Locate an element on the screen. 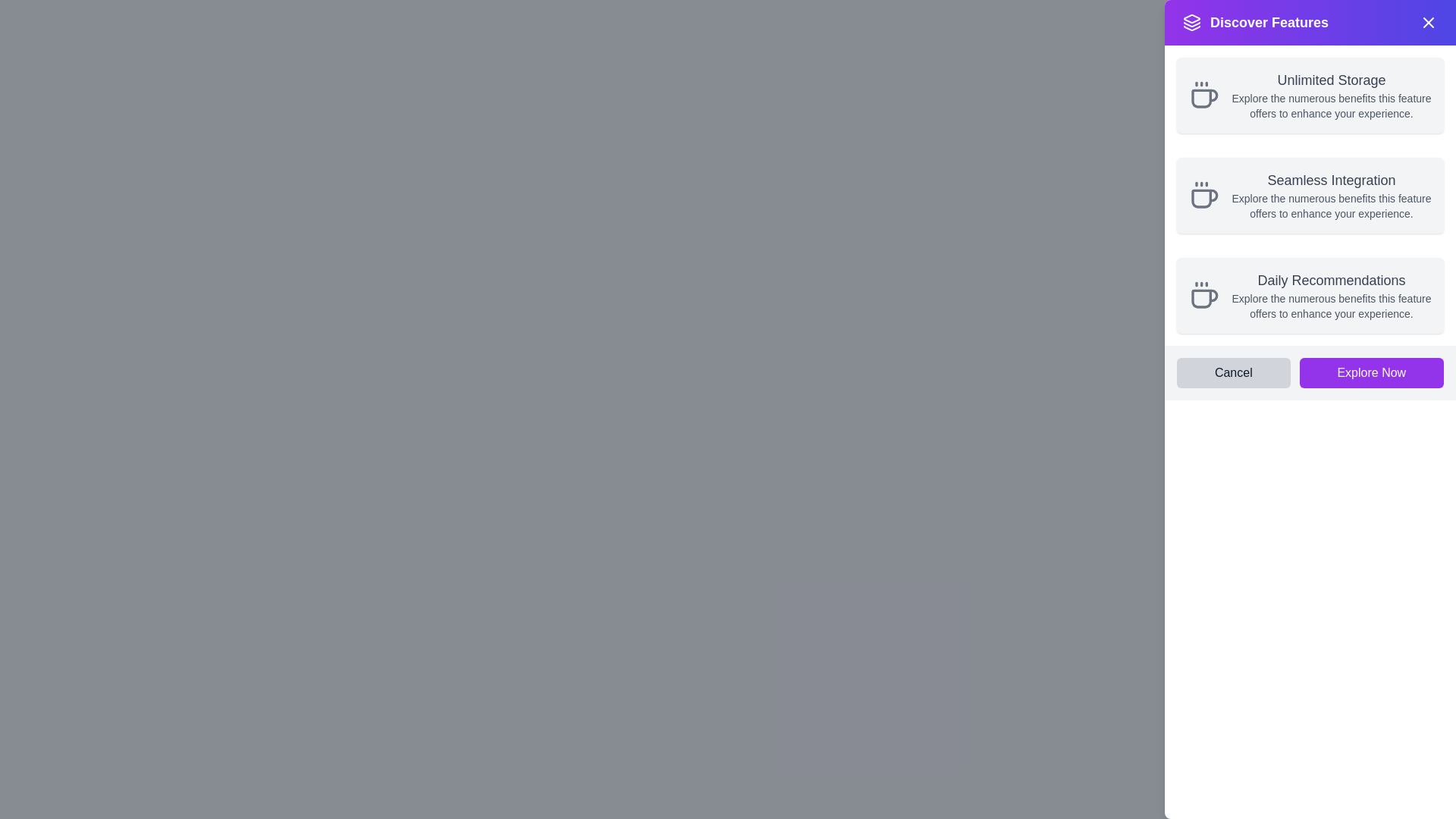  static text content providing additional details about the feature 'Unlimited Storage' located beneath the heading in the right-aligned panel titled 'Discover Features.' is located at coordinates (1331, 105).